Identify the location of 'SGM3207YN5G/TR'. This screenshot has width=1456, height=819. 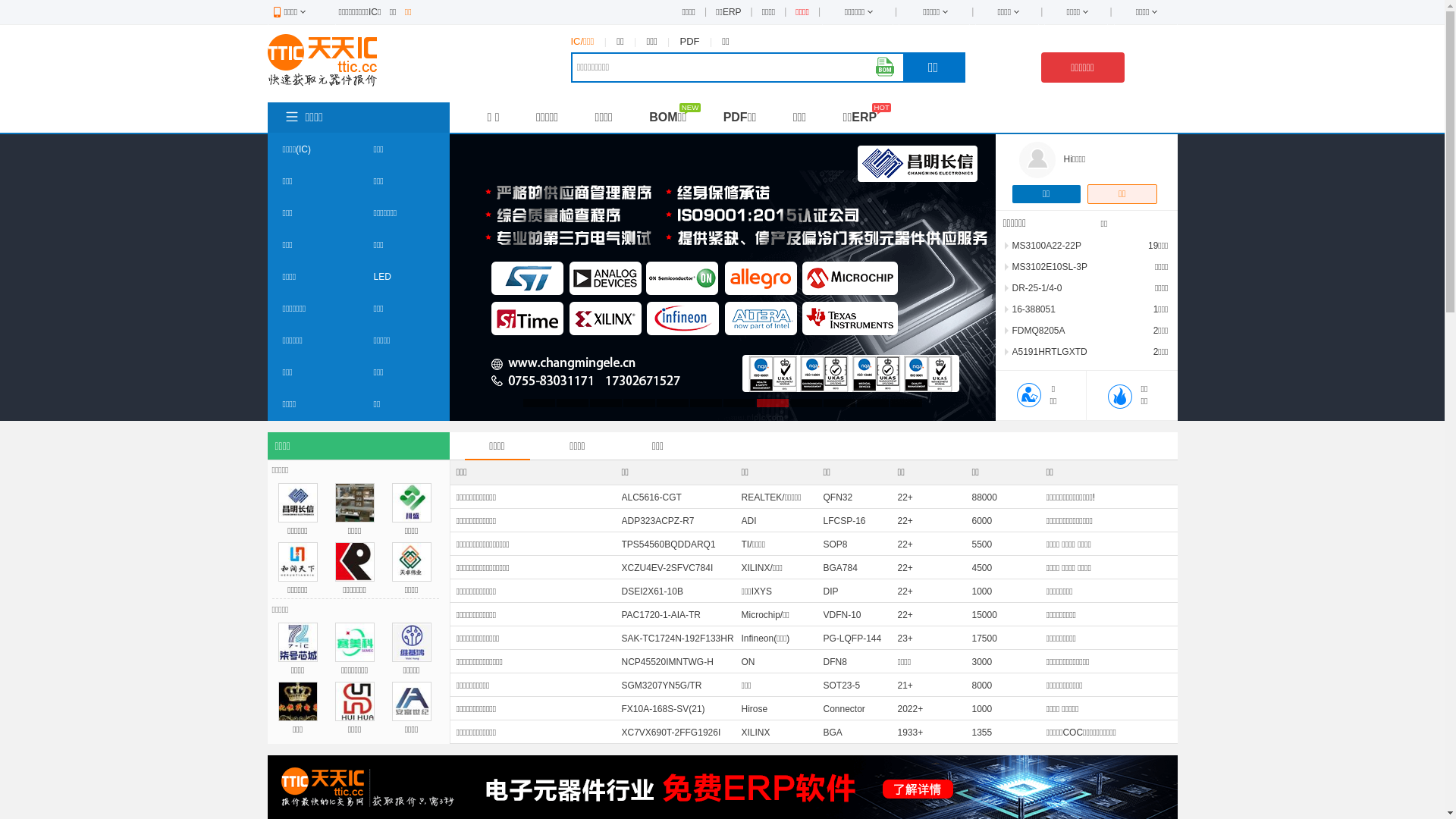
(622, 685).